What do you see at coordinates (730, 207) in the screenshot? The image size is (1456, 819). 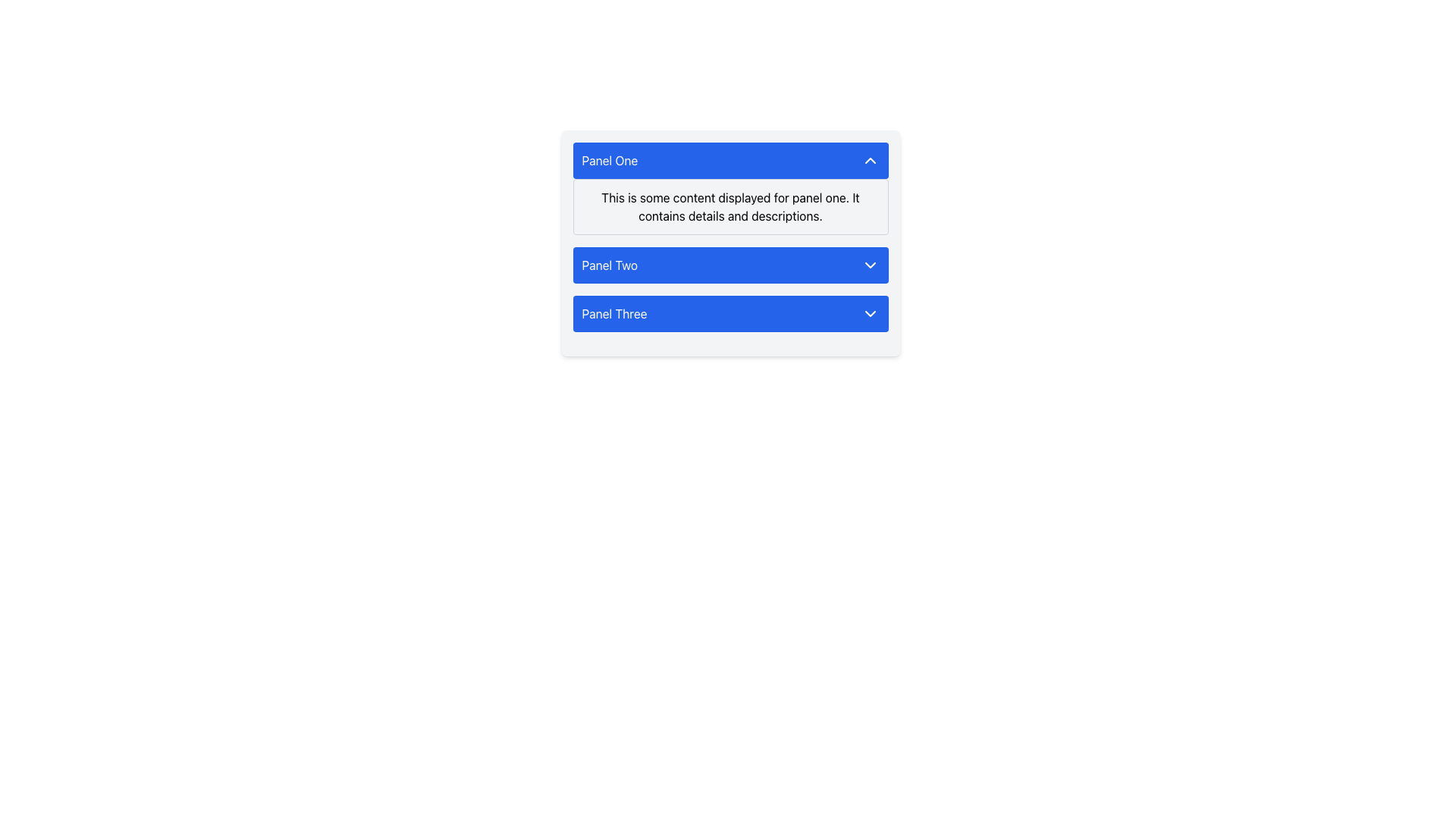 I see `the informational box displaying details for the 'Panel One' section, located directly below the 'Panel One' header` at bounding box center [730, 207].